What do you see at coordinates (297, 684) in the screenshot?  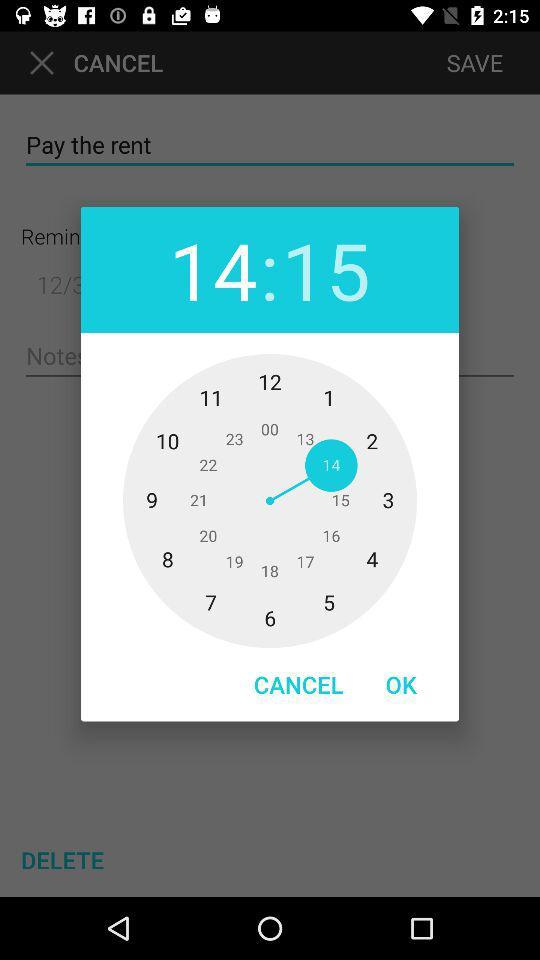 I see `item to the left of ok item` at bounding box center [297, 684].